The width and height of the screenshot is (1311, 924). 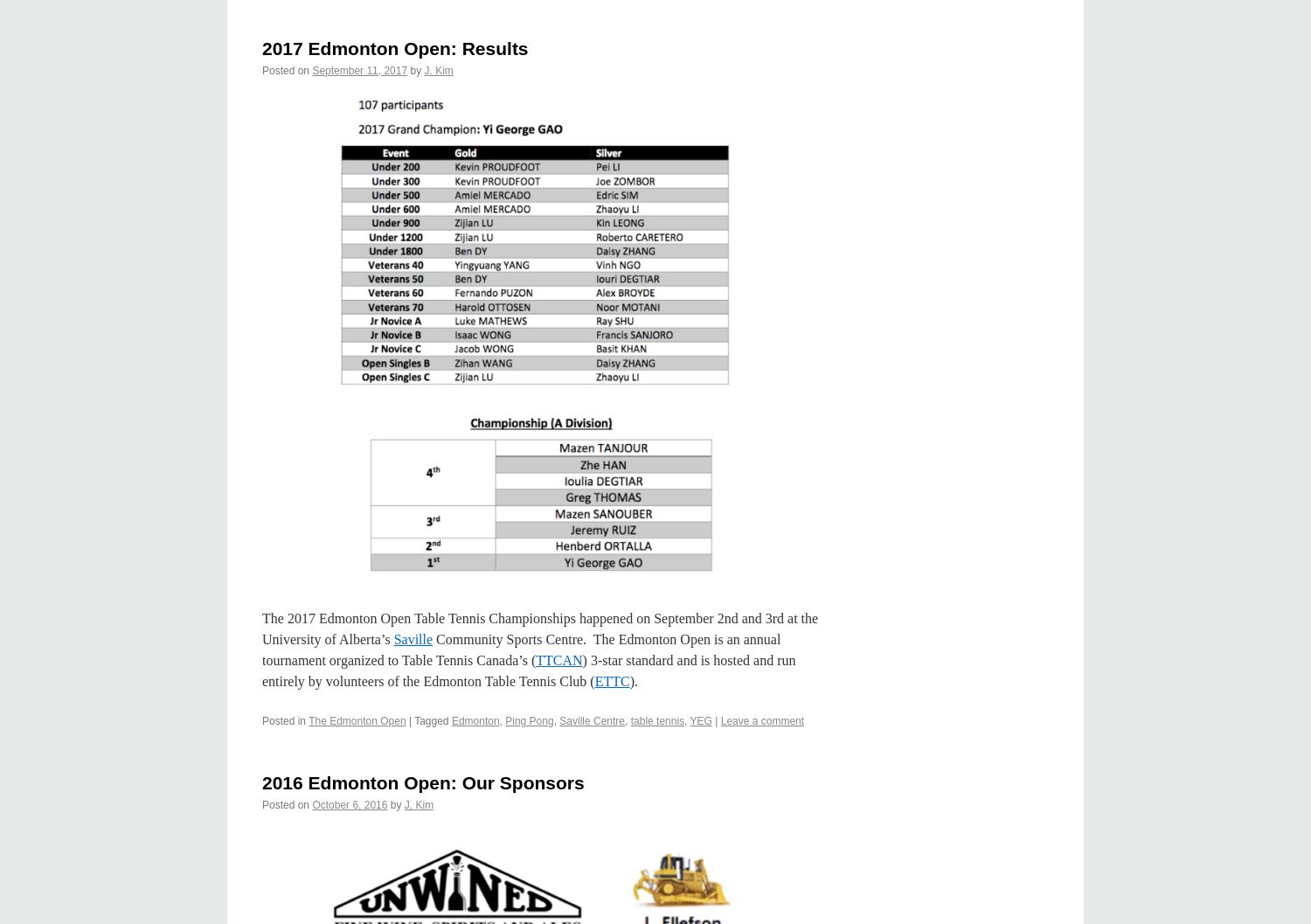 I want to click on 'Ping Pong', so click(x=528, y=720).